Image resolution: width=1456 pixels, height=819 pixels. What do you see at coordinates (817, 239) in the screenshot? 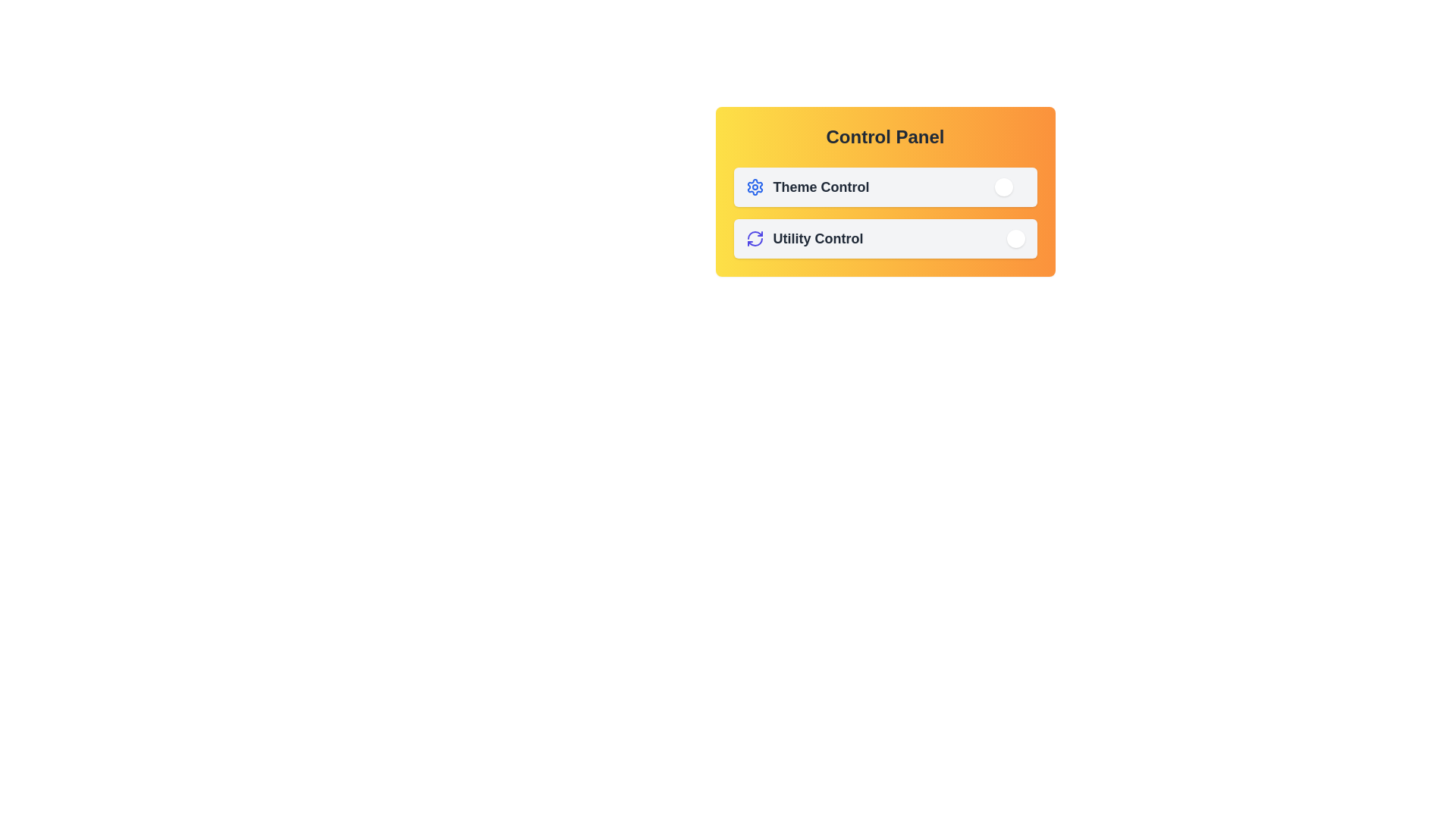
I see `the second text label indicating the utility settings` at bounding box center [817, 239].